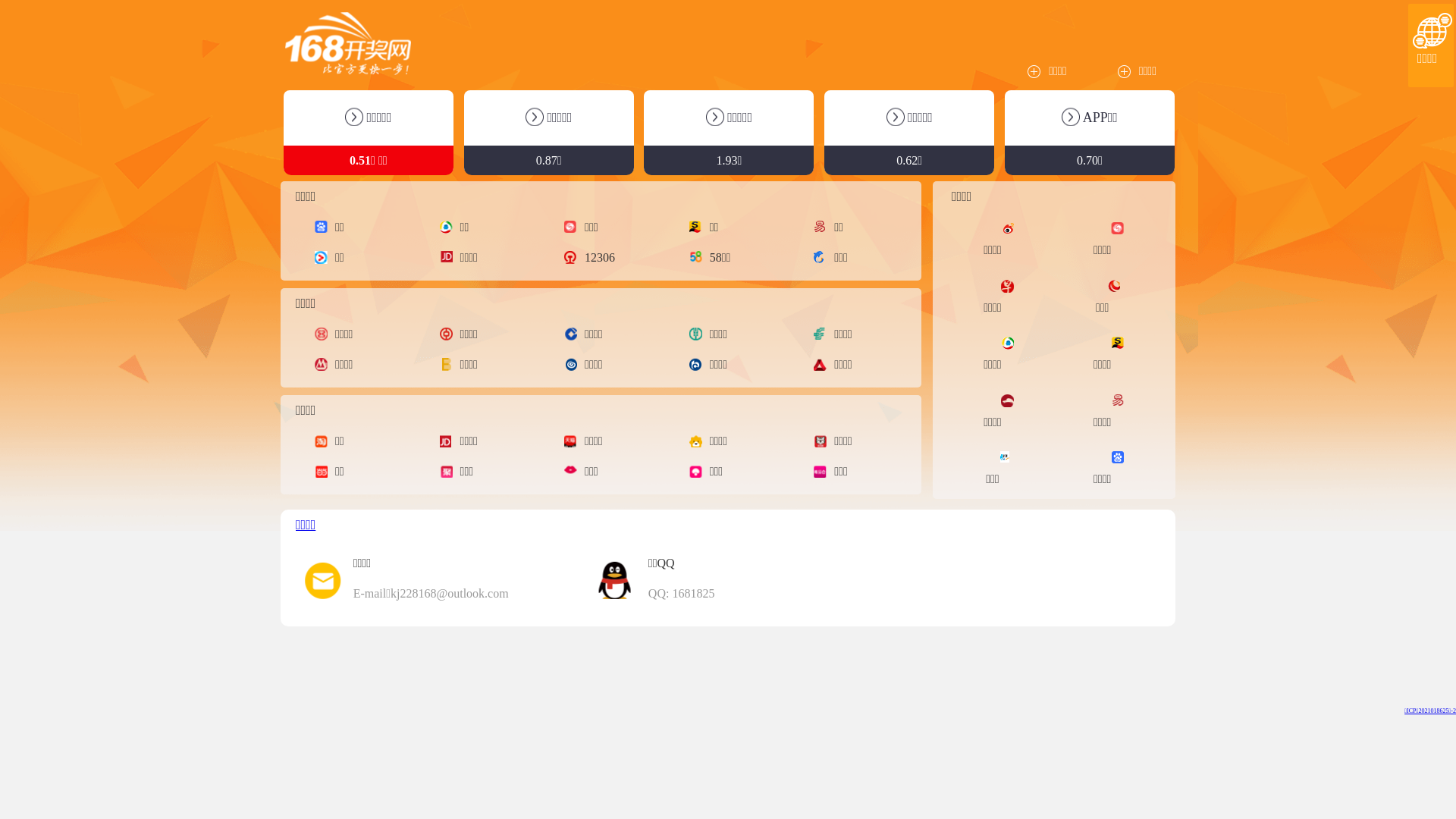 The height and width of the screenshot is (819, 1456). Describe the element at coordinates (592, 256) in the screenshot. I see `'12306'` at that location.